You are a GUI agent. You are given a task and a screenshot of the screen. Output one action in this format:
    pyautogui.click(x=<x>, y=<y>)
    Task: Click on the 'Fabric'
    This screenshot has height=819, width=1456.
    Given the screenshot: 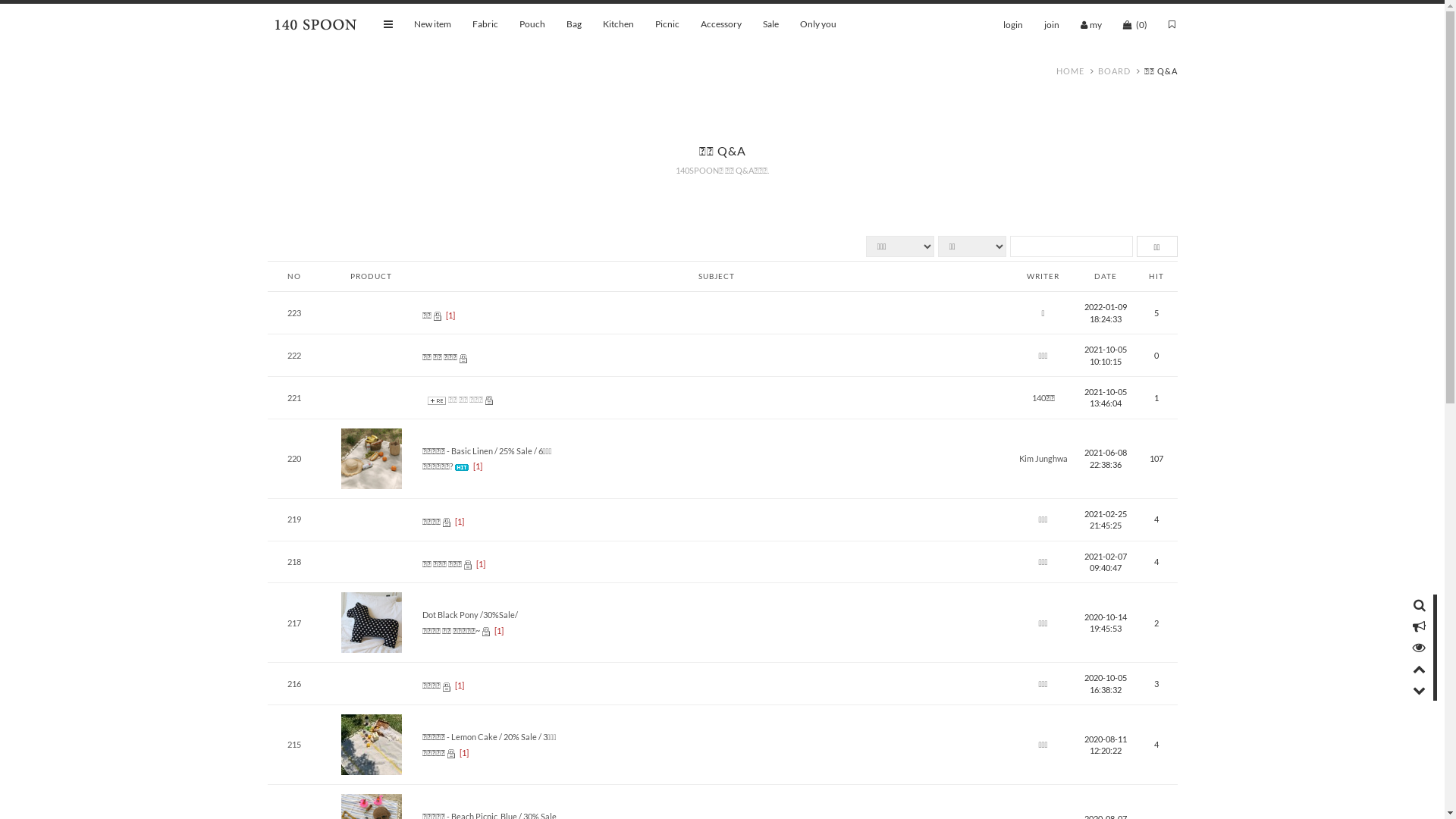 What is the action you would take?
    pyautogui.click(x=471, y=24)
    